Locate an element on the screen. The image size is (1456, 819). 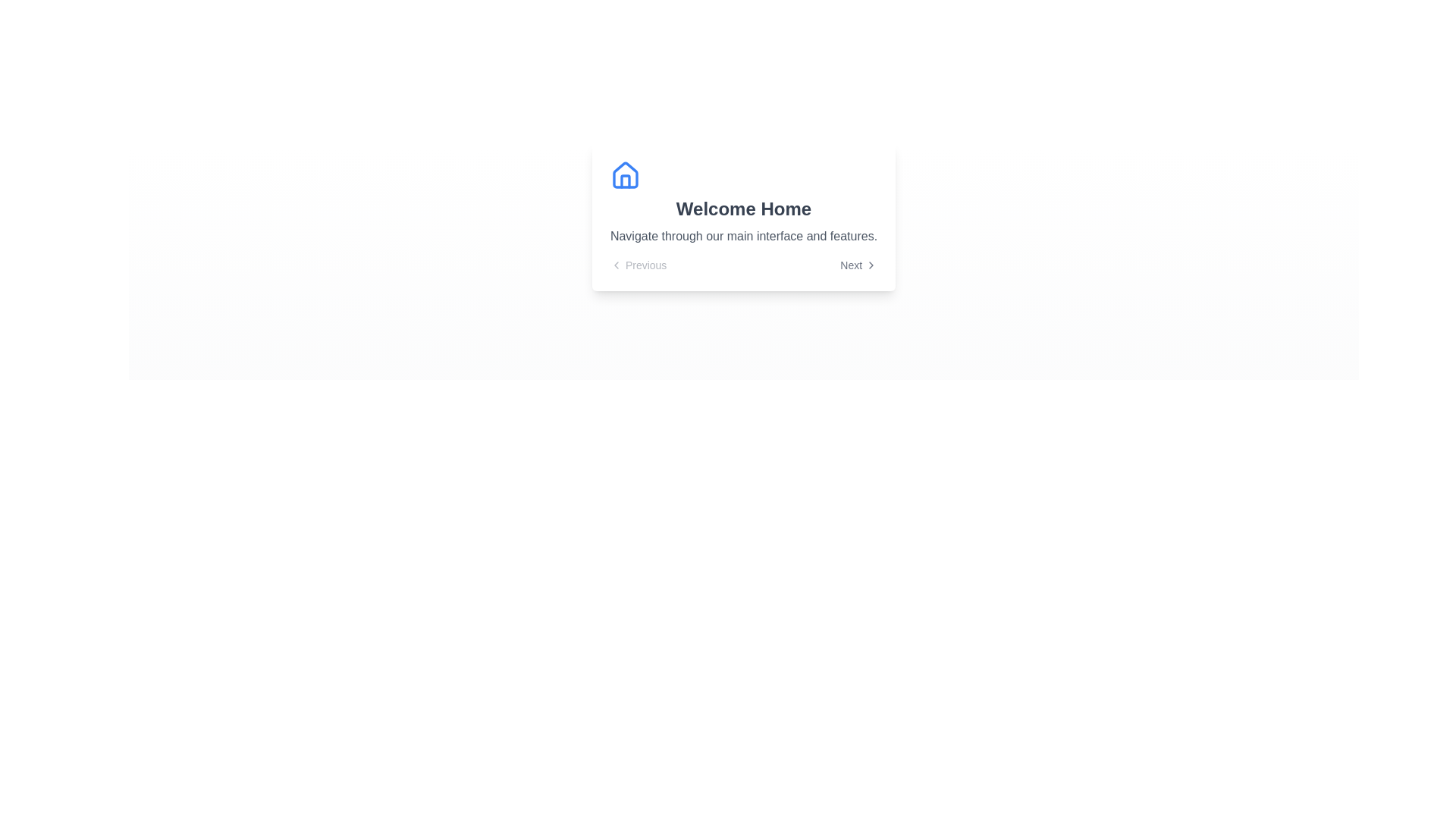
the chevron-right icon, which is part of the 'Next' button located at the bottom-right corner of the content card is located at coordinates (871, 265).